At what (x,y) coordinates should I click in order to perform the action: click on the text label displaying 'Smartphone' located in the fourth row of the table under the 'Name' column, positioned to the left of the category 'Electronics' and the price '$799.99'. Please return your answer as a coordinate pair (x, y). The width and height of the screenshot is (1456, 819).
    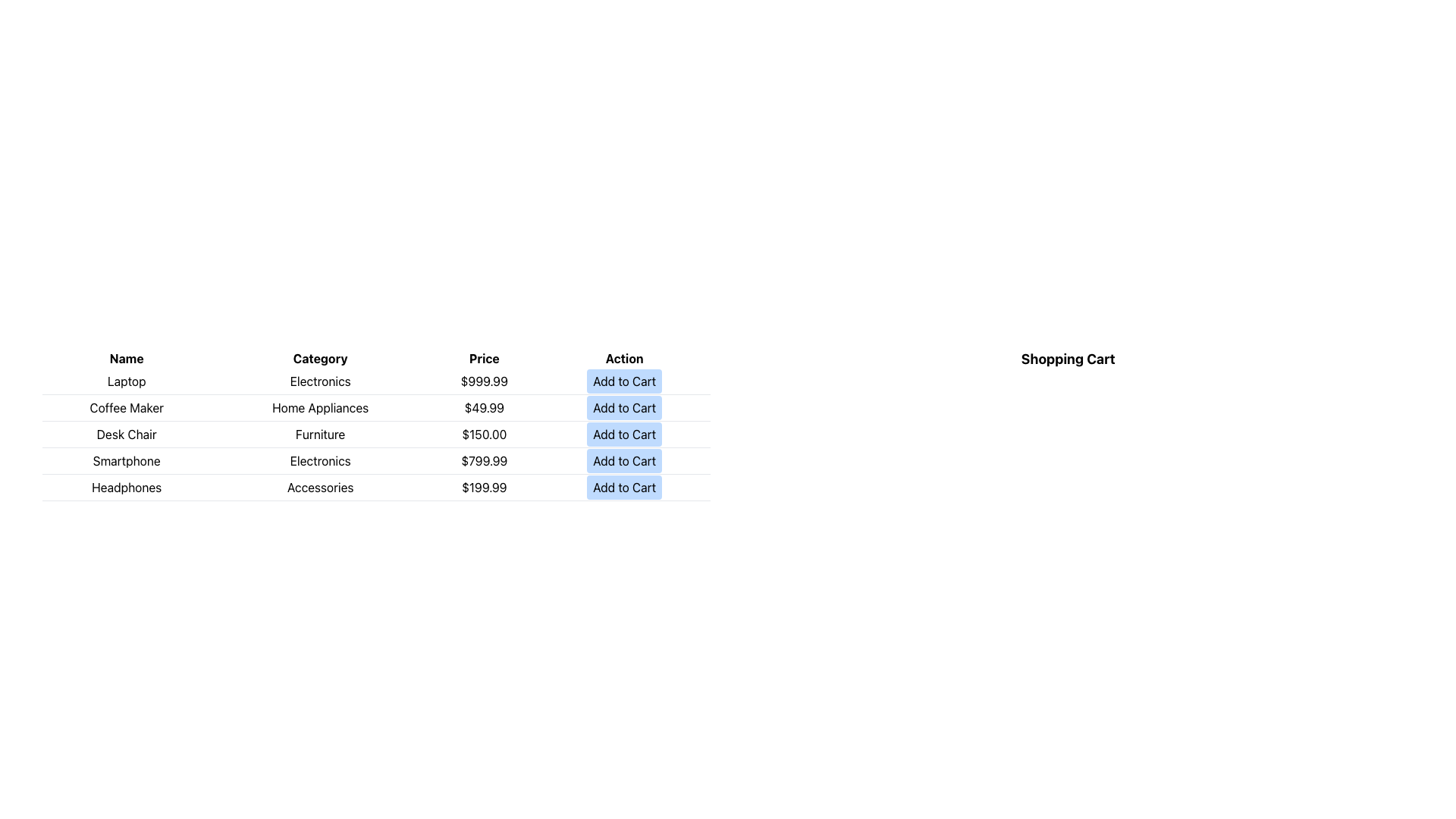
    Looking at the image, I should click on (127, 460).